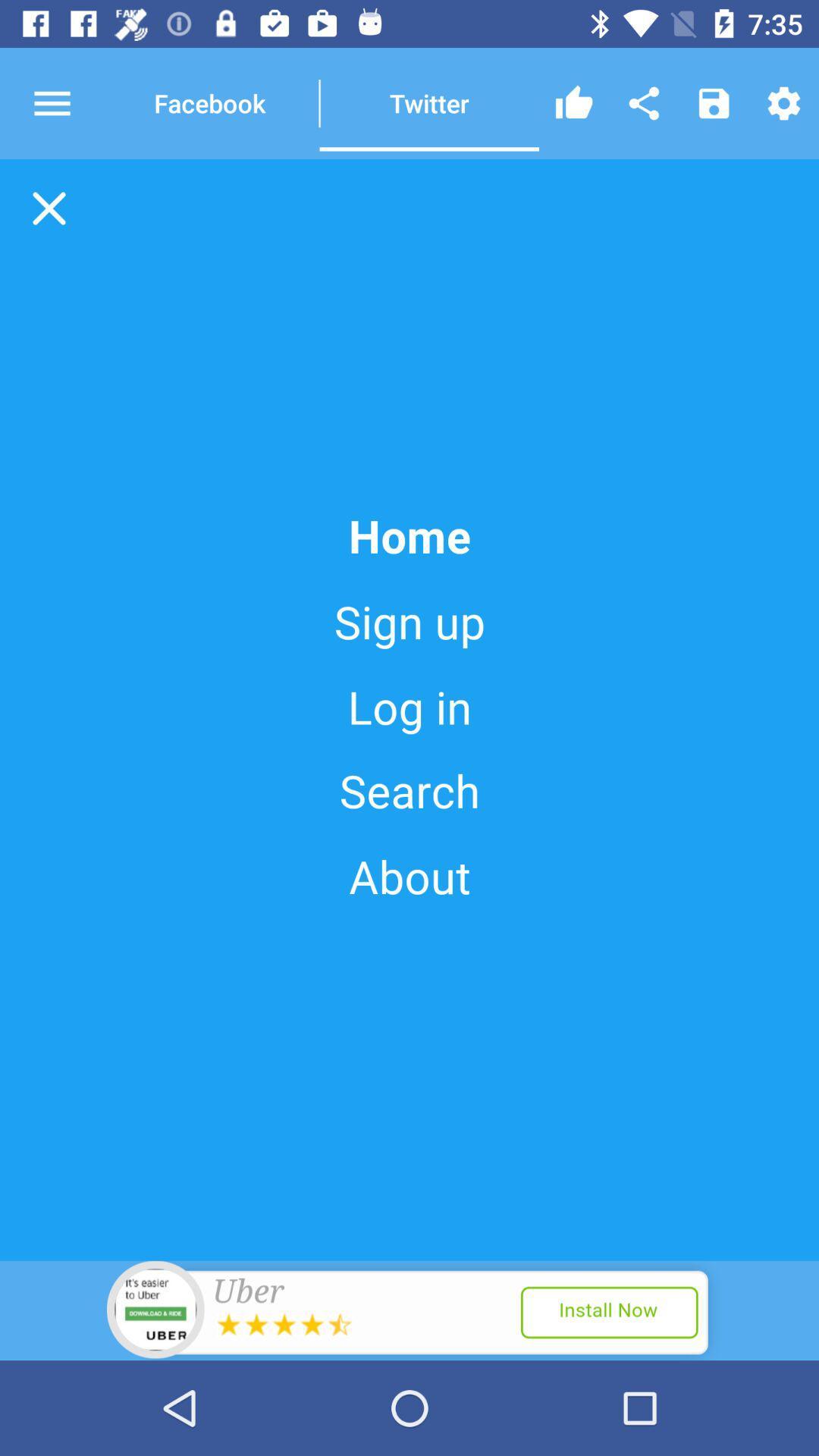 The image size is (819, 1456). What do you see at coordinates (65, 102) in the screenshot?
I see `click more option` at bounding box center [65, 102].